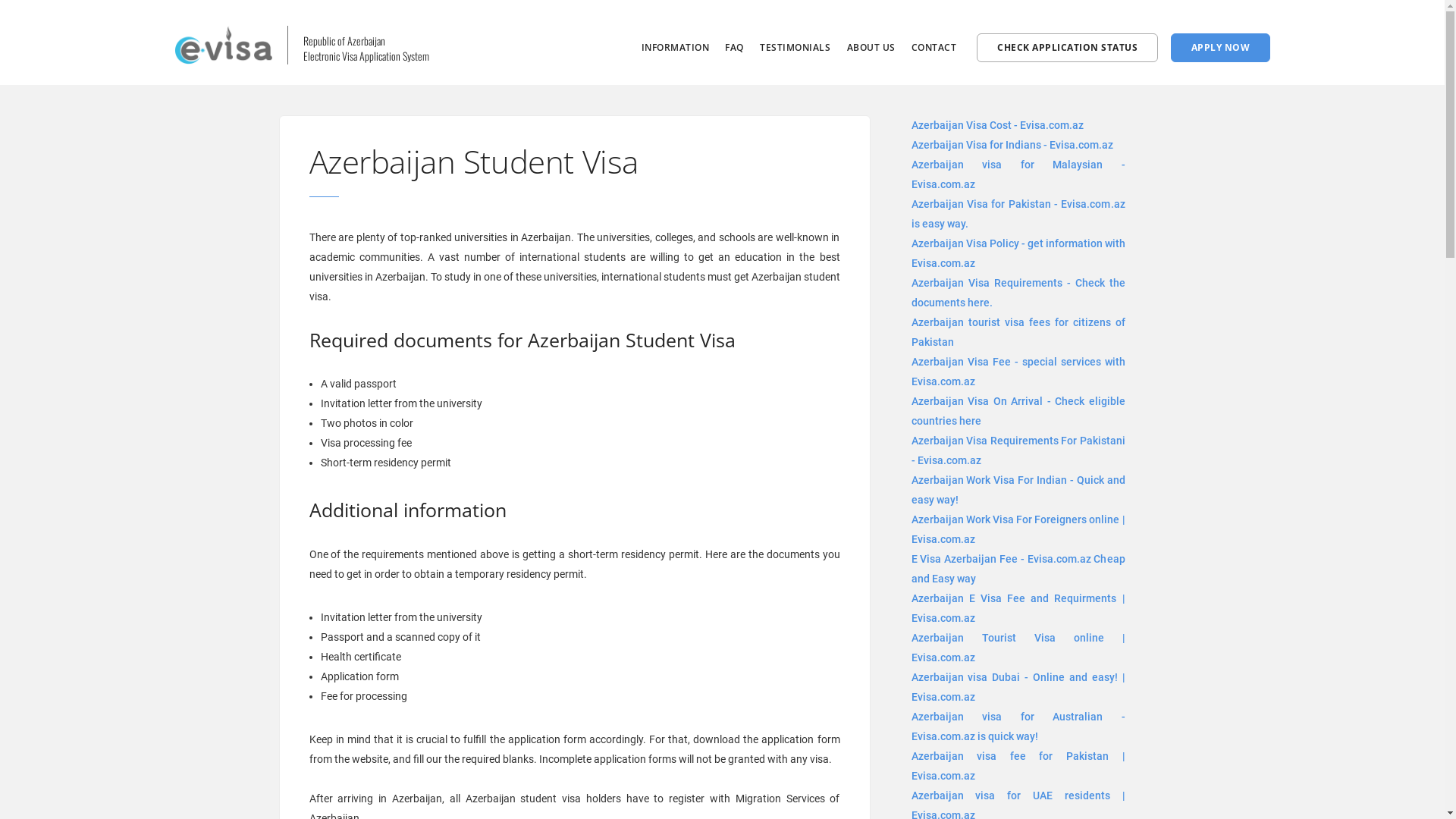 The width and height of the screenshot is (1456, 819). Describe the element at coordinates (1018, 607) in the screenshot. I see `'Azerbaijan E Visa Fee and Requirments | Evisa.com.az'` at that location.